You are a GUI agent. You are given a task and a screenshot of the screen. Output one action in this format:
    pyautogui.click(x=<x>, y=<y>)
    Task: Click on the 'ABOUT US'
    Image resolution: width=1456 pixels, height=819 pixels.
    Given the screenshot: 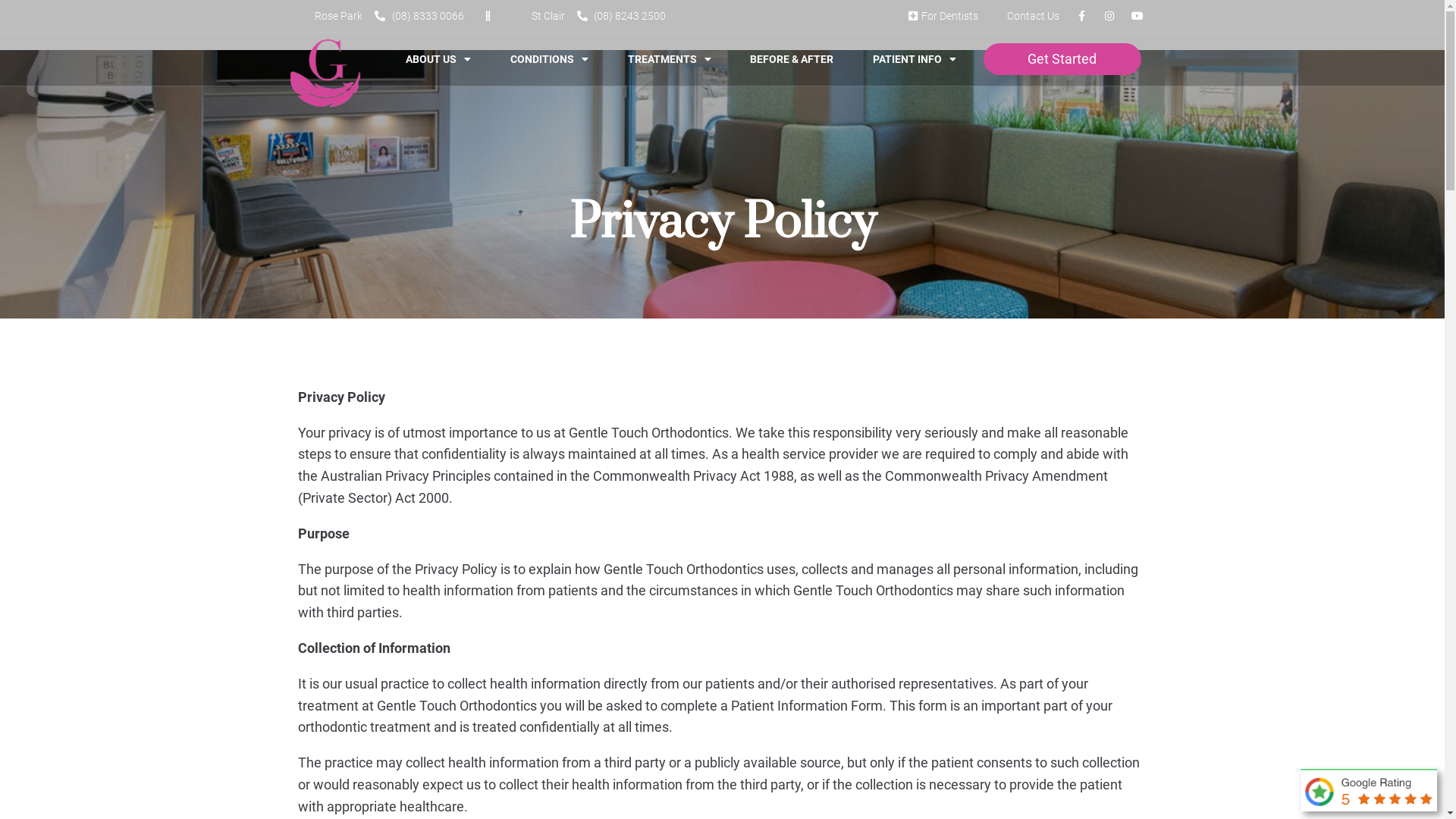 What is the action you would take?
    pyautogui.click(x=393, y=58)
    